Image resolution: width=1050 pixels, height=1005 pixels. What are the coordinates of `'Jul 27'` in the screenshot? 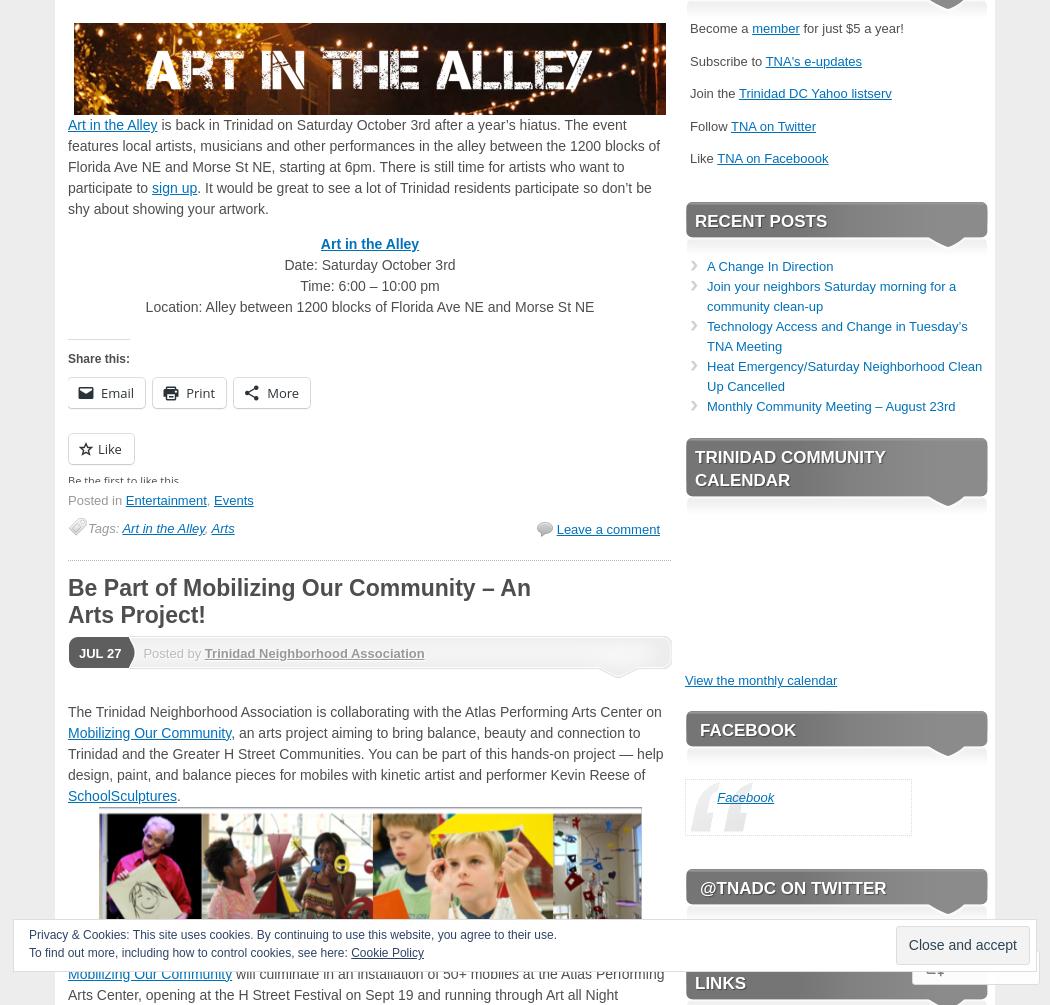 It's located at (78, 651).